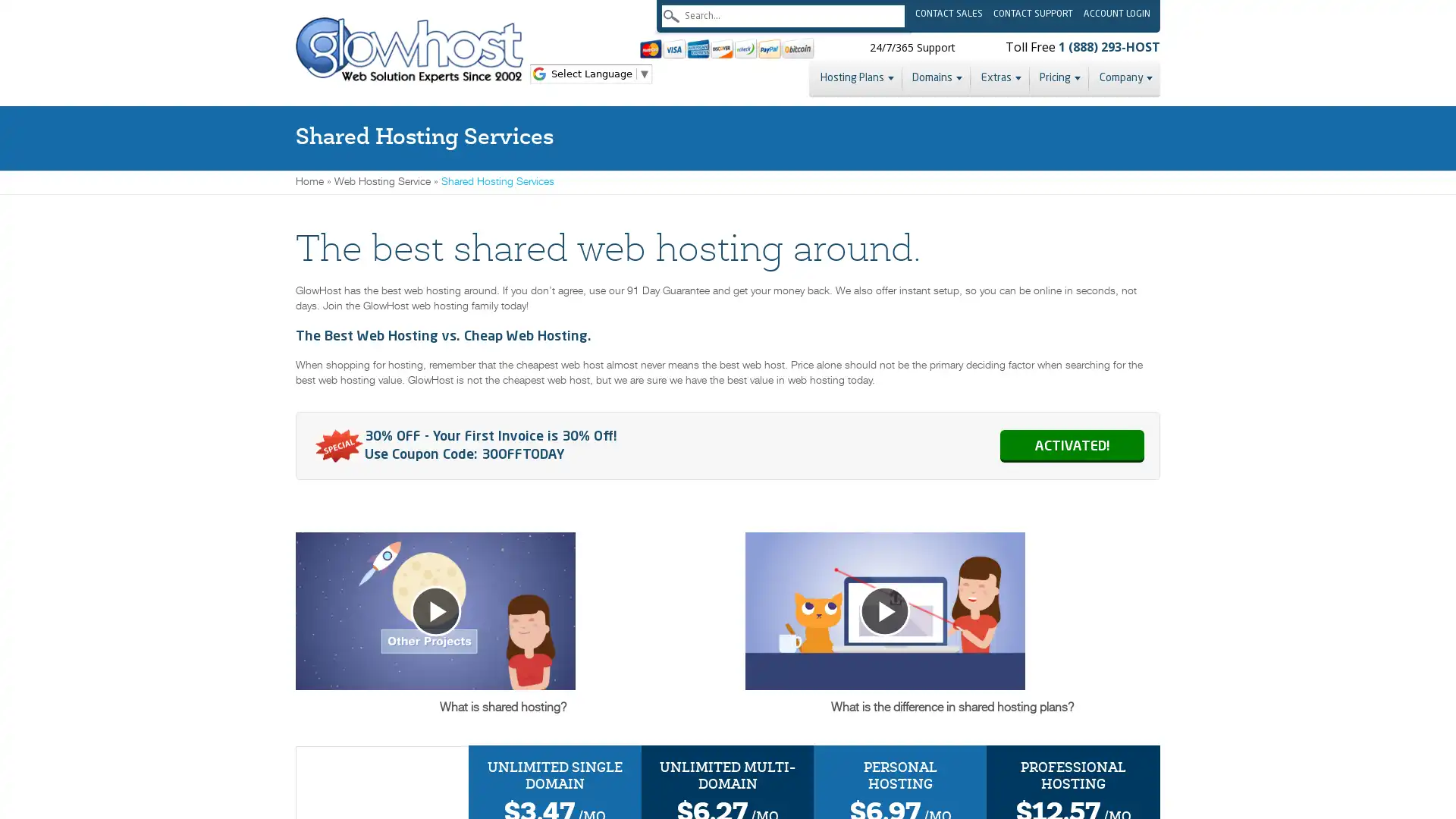 Image resolution: width=1456 pixels, height=819 pixels. Describe the element at coordinates (952, 648) in the screenshot. I see `Play Video` at that location.